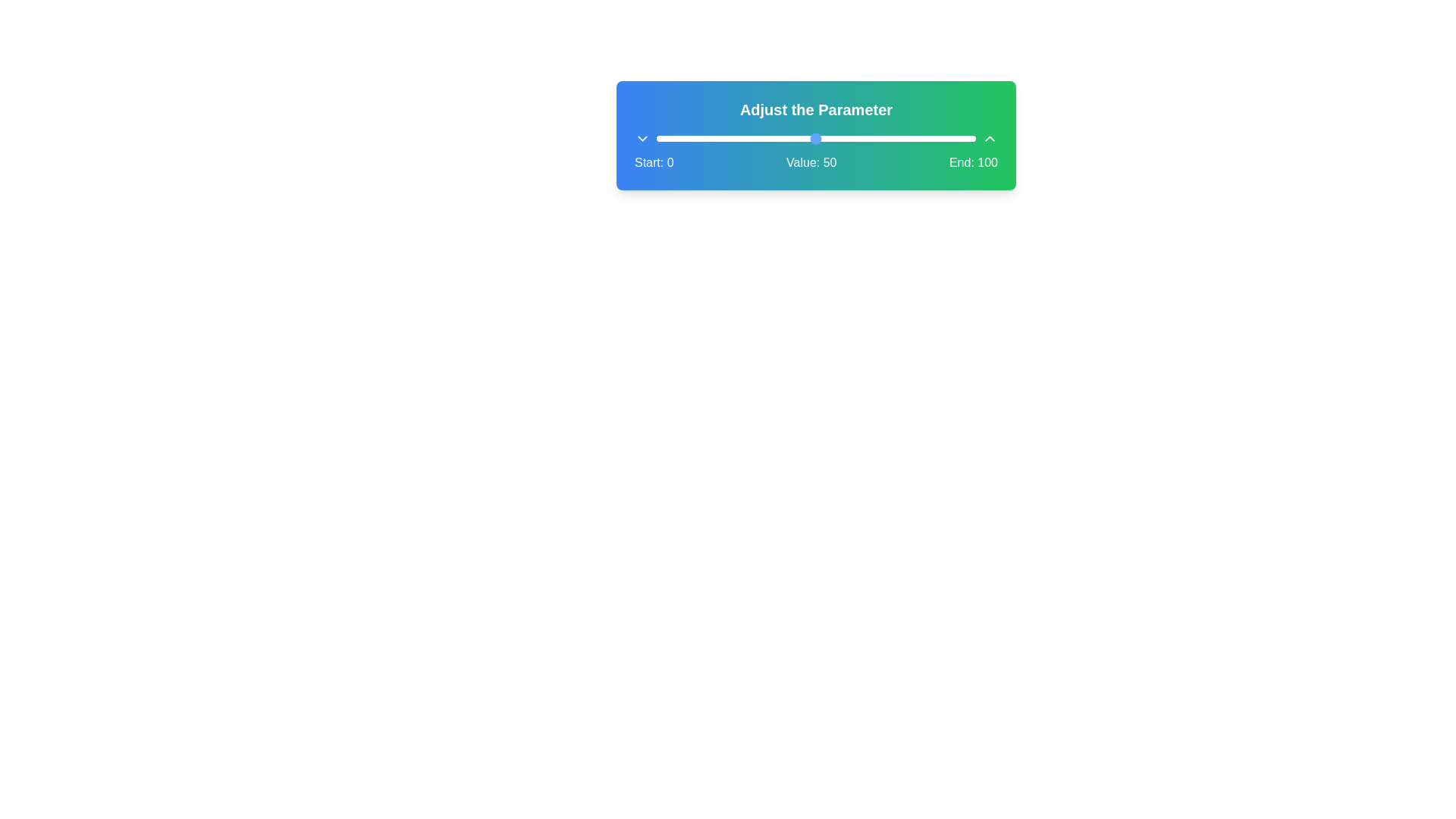 The width and height of the screenshot is (1456, 819). What do you see at coordinates (710, 138) in the screenshot?
I see `the slider value` at bounding box center [710, 138].